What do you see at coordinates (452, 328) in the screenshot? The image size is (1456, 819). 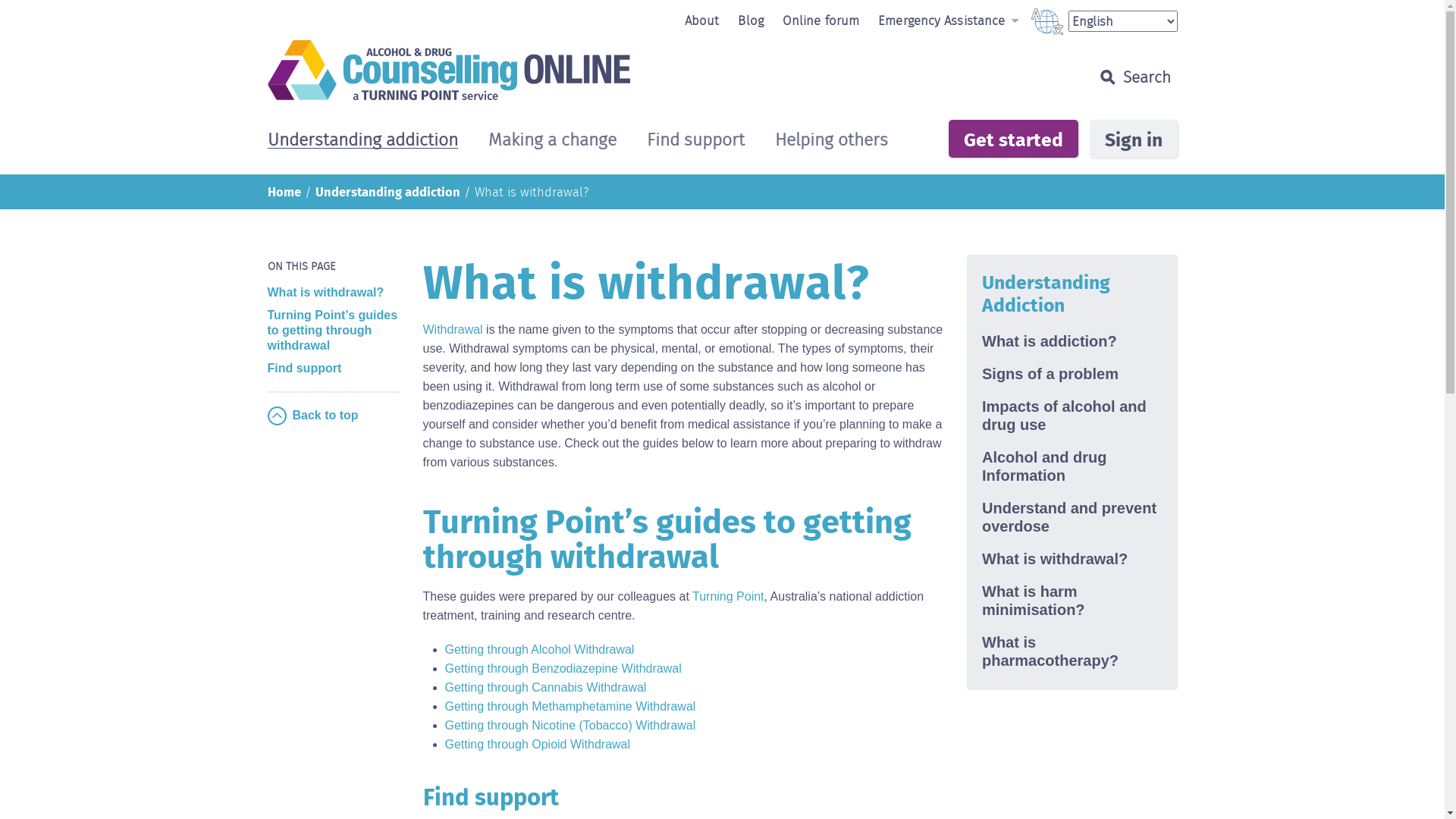 I see `'Withdrawal'` at bounding box center [452, 328].